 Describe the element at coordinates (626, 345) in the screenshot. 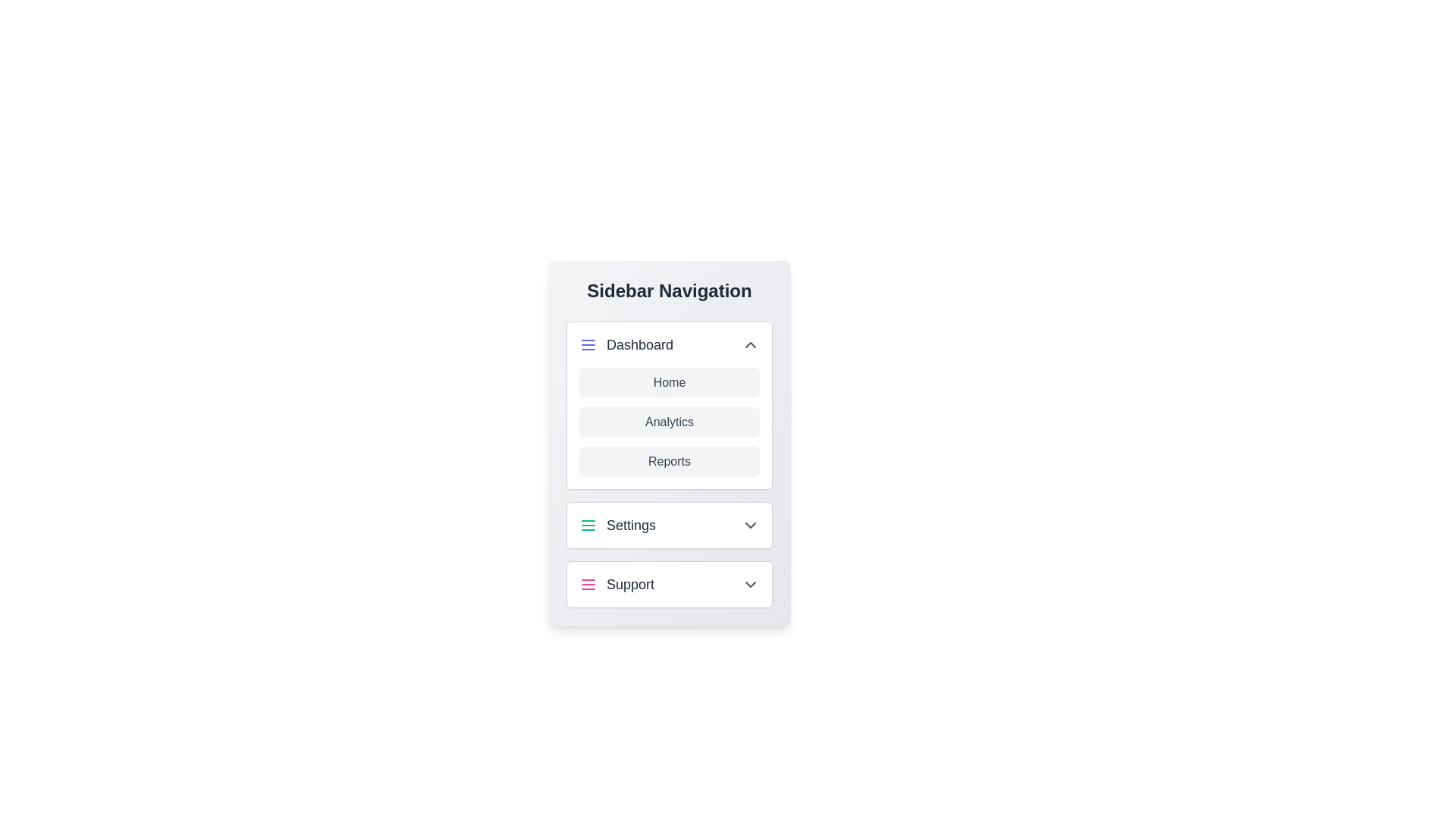

I see `the navigation button for the 'Dashboard' section located in the top section of the sidebar navigation menu` at that location.